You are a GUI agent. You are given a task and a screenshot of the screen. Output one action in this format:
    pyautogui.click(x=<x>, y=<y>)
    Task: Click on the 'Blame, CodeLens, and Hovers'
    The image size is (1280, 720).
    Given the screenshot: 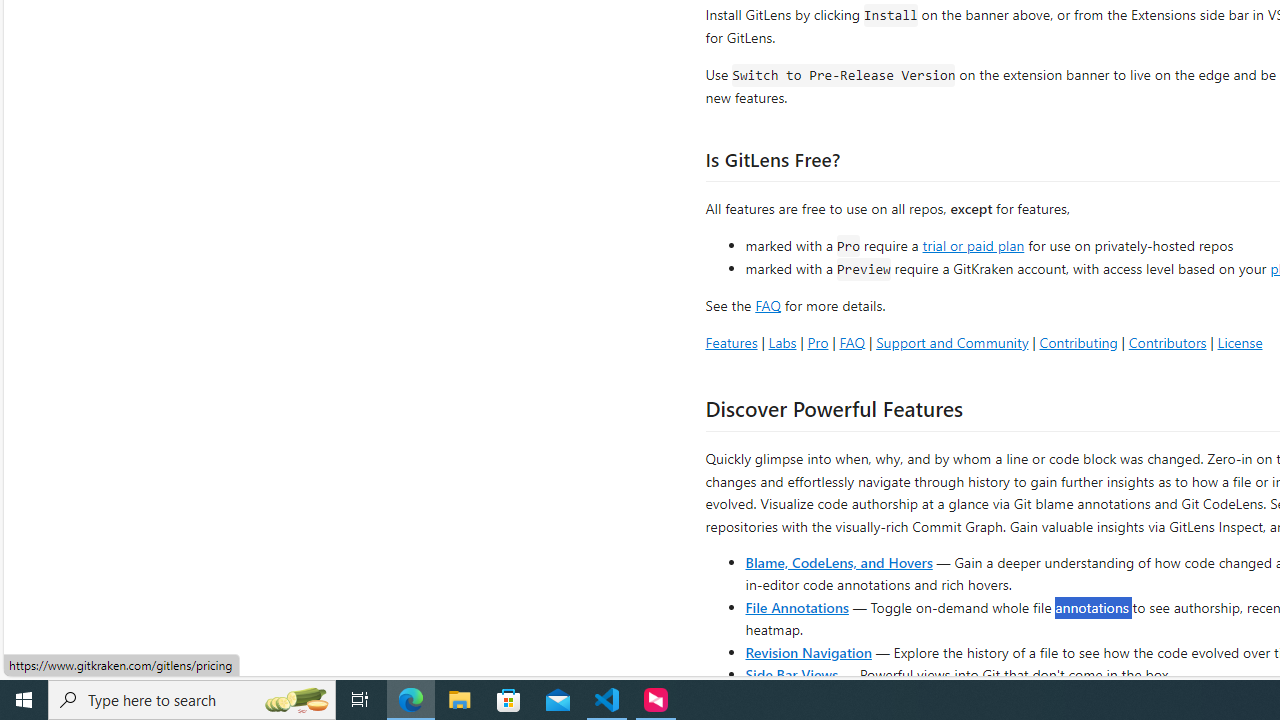 What is the action you would take?
    pyautogui.click(x=839, y=561)
    